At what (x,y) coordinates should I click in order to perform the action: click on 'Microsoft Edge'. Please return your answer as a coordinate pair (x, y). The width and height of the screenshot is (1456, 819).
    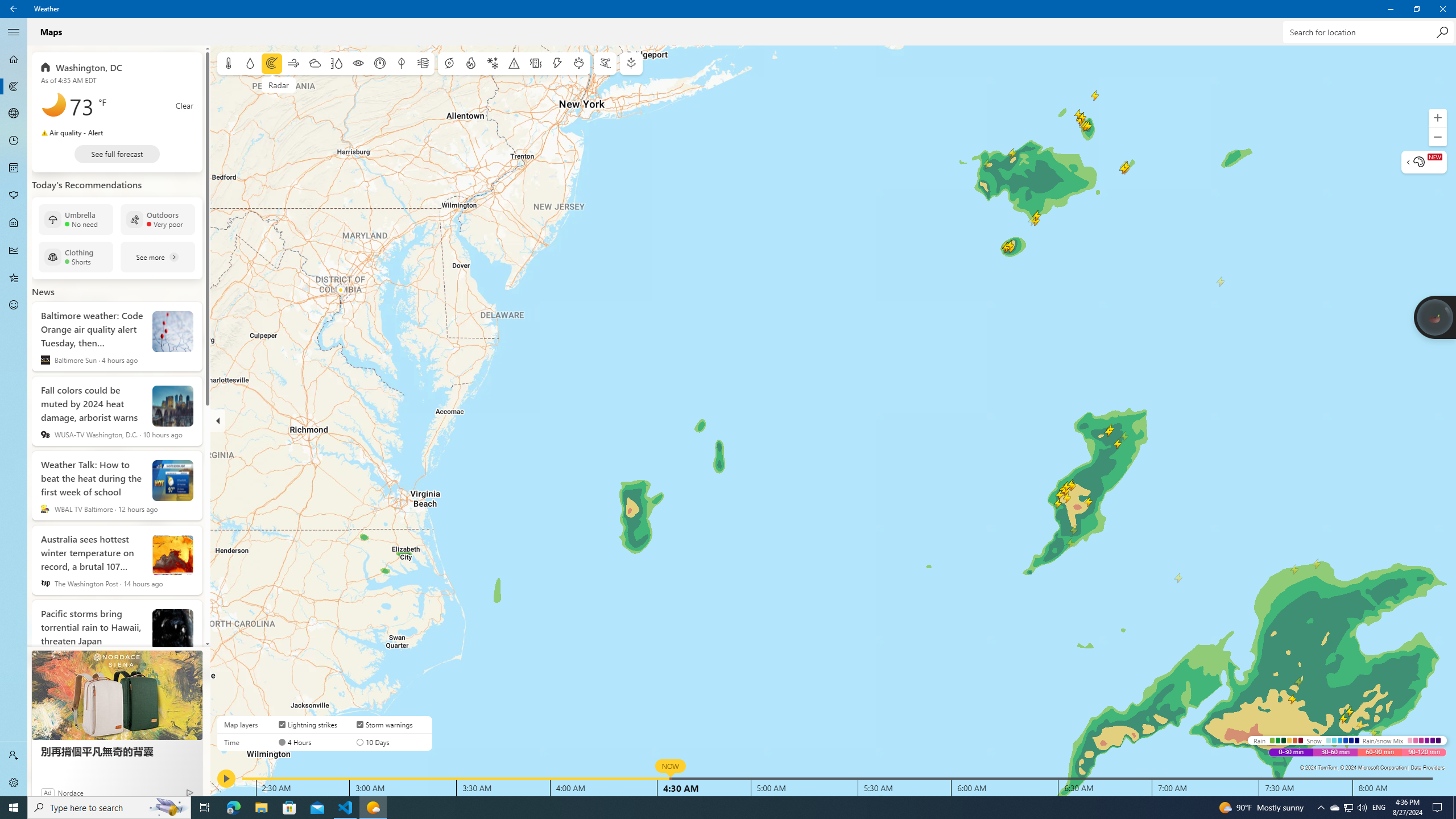
    Looking at the image, I should click on (233, 806).